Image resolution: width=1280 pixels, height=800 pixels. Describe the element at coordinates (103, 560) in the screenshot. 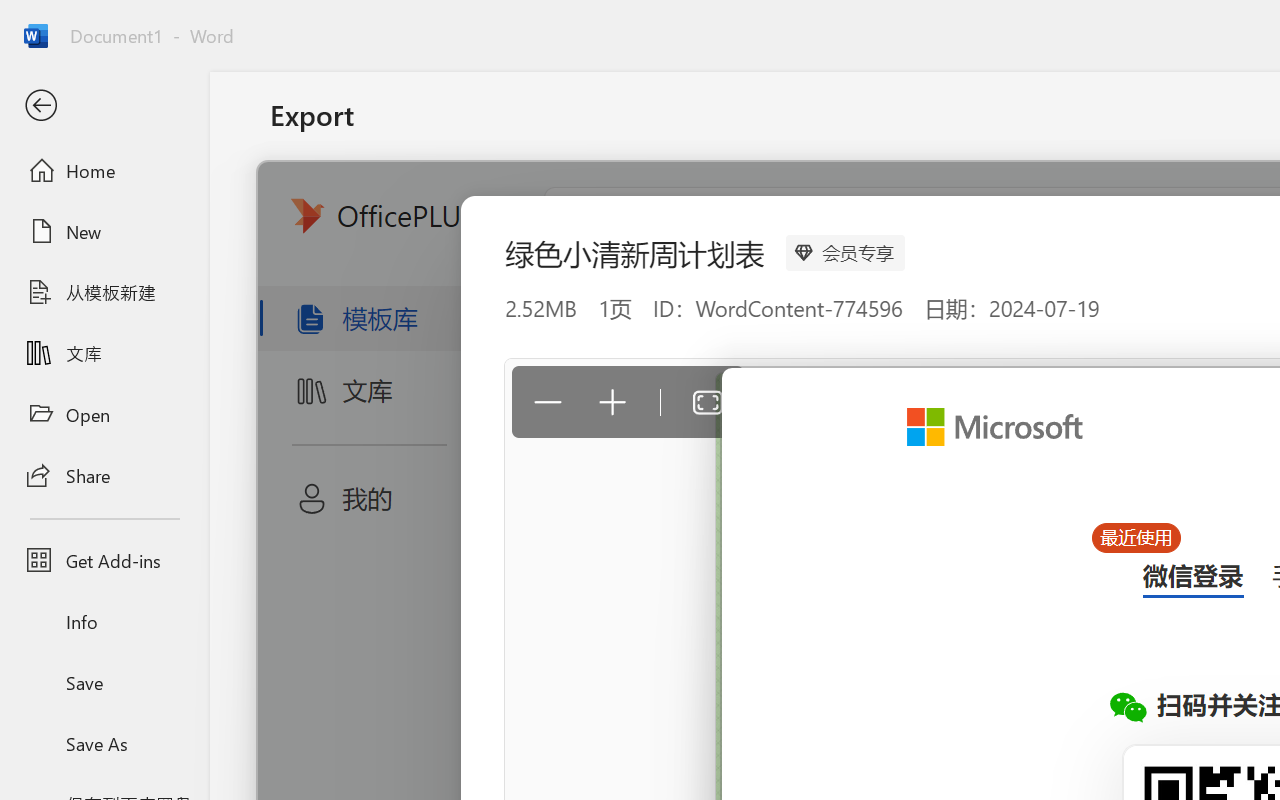

I see `'Get Add-ins'` at that location.